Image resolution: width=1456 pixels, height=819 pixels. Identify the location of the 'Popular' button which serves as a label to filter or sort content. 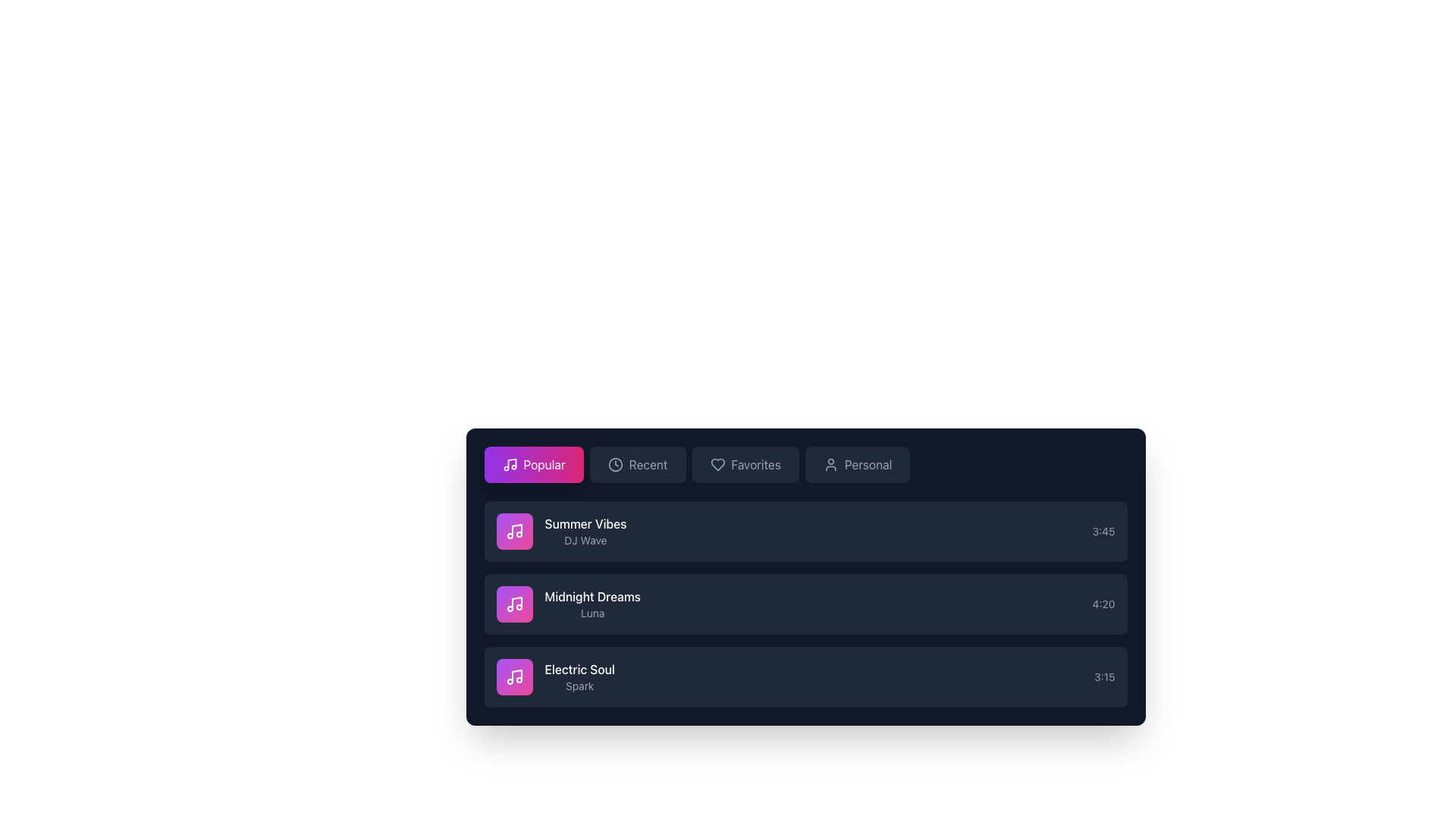
(544, 464).